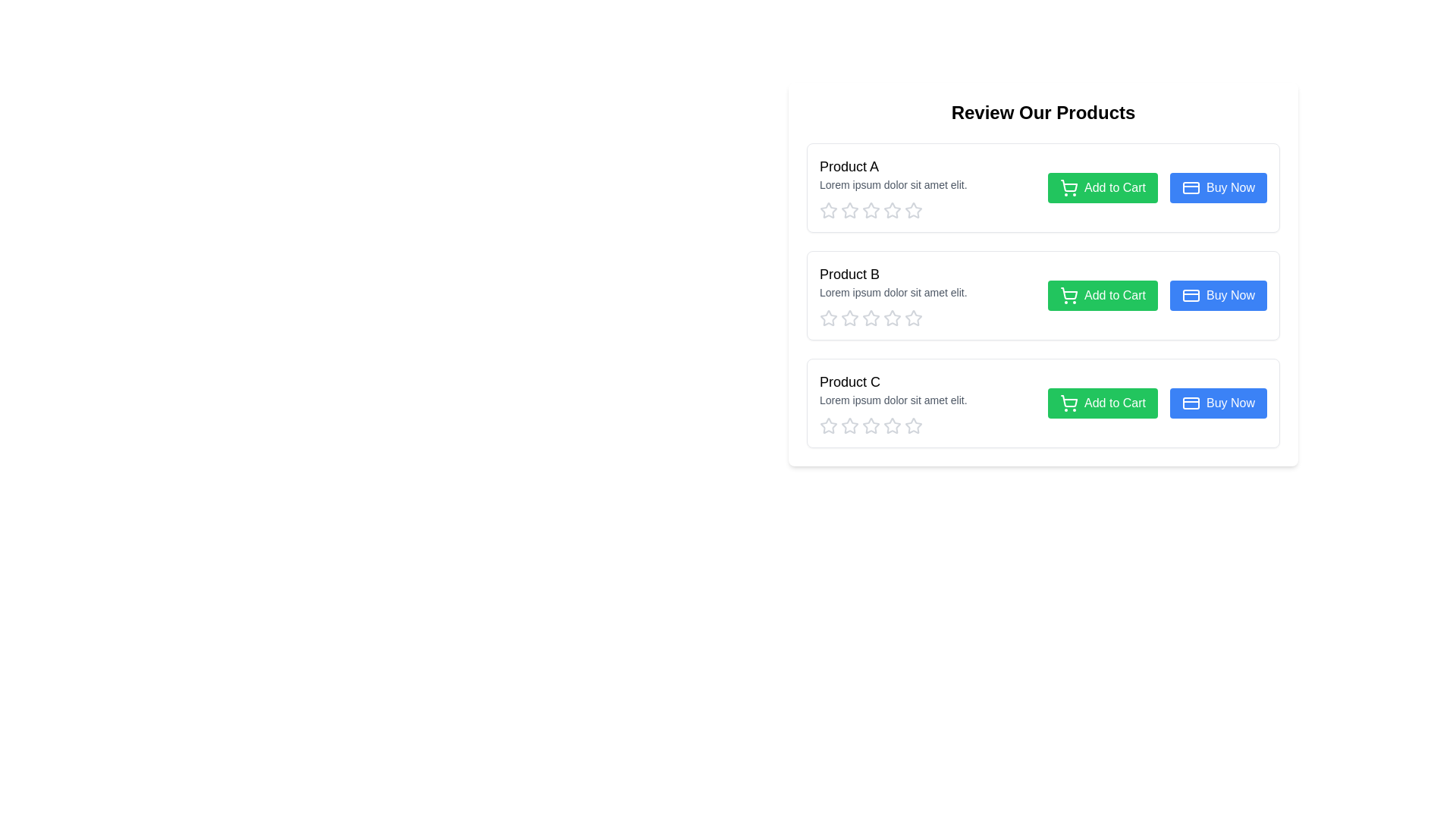  I want to click on the fifth star icon to provide a rating for 'Product C', which is located in a horizontal row of five stars below the product information, so click(912, 426).